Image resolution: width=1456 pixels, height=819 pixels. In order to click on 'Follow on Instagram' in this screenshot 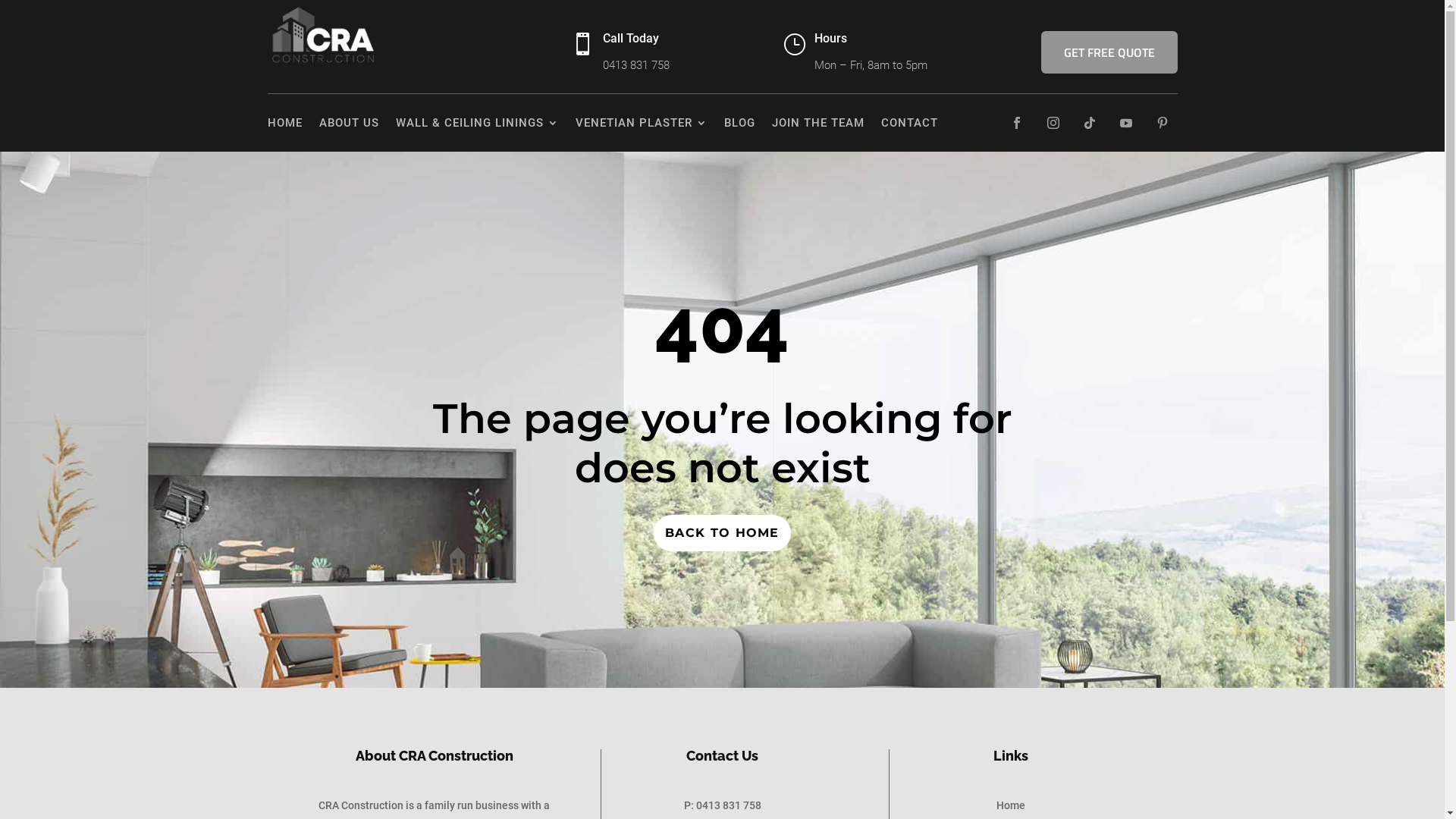, I will do `click(1037, 122)`.